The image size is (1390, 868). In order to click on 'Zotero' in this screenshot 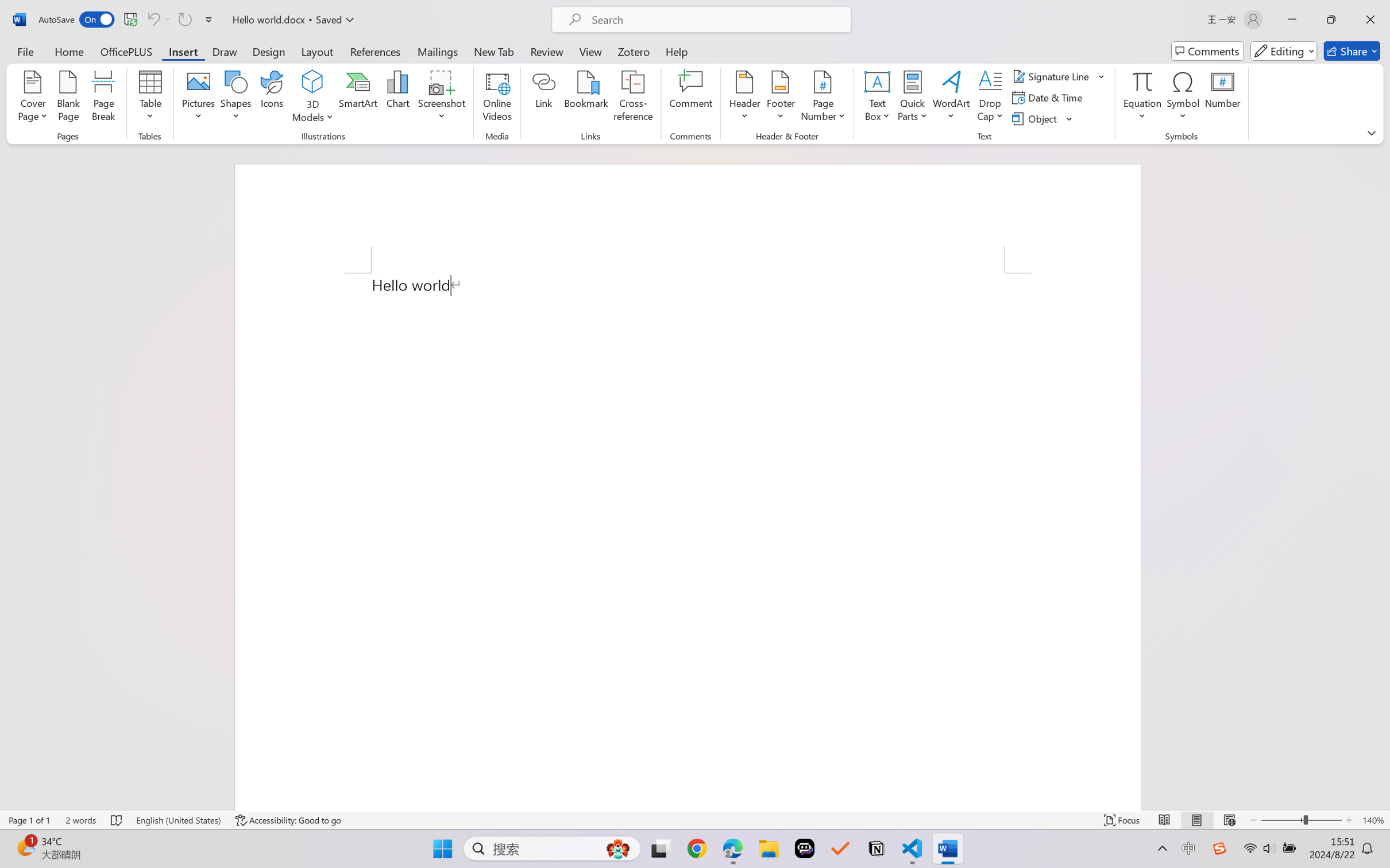, I will do `click(633, 51)`.